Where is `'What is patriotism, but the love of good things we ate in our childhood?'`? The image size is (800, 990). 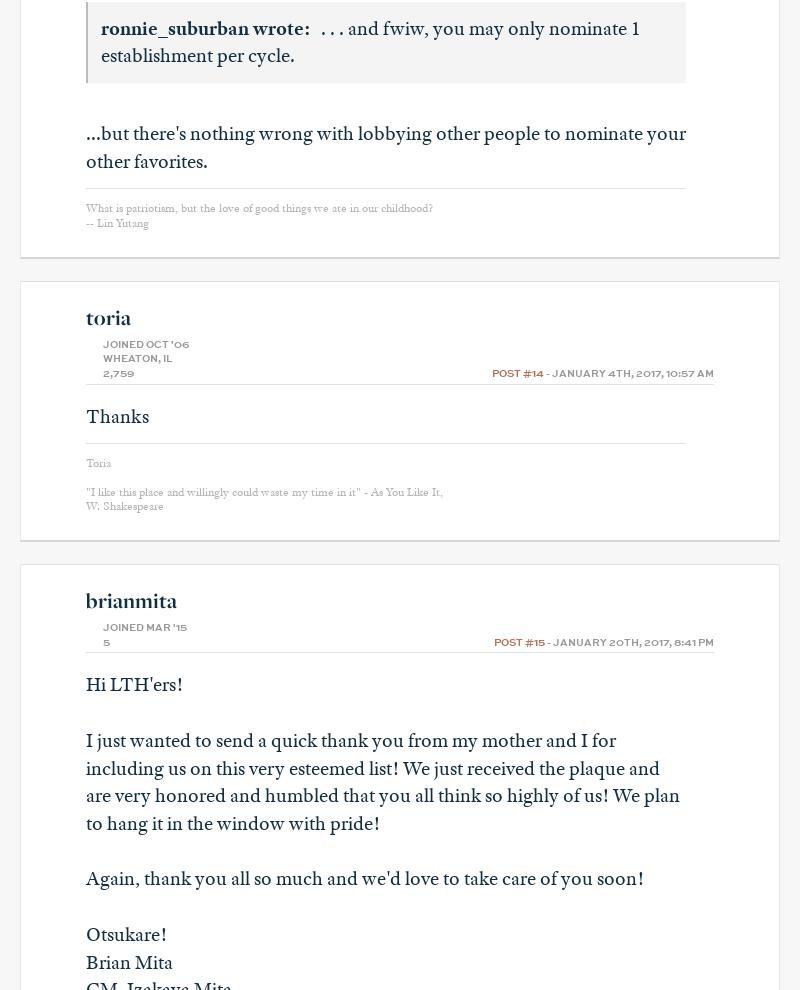
'What is patriotism, but the love of good things we ate in our childhood?' is located at coordinates (258, 207).